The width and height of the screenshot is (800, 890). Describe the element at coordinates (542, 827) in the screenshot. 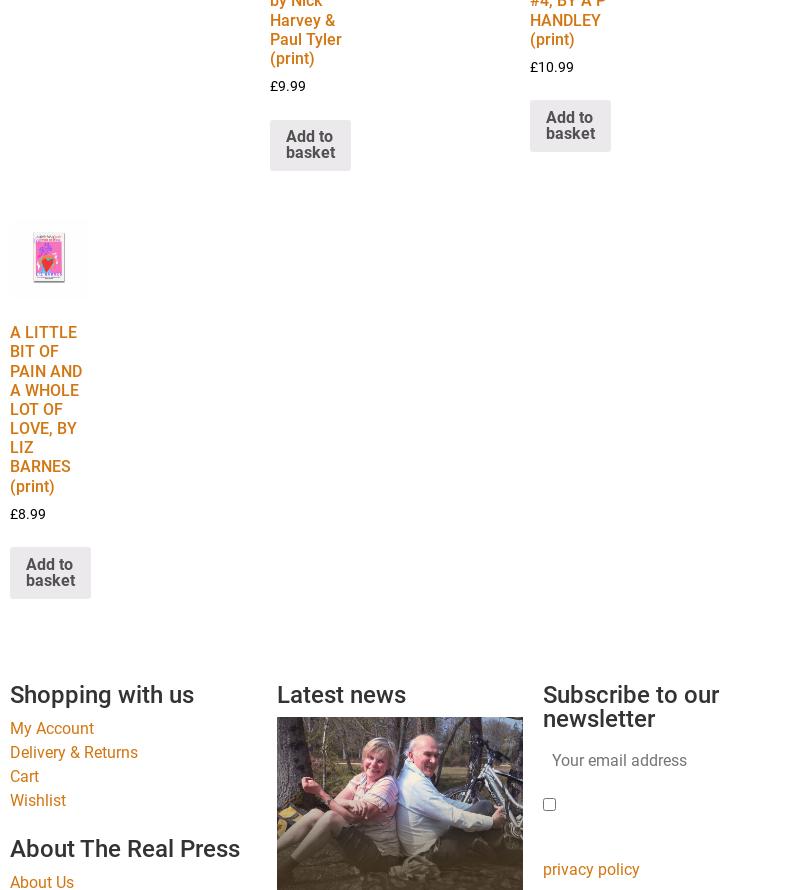

I see `'Please tick this box to confirm your request for newsletter subscription. This is to comply with GDPR regulations – view our'` at that location.